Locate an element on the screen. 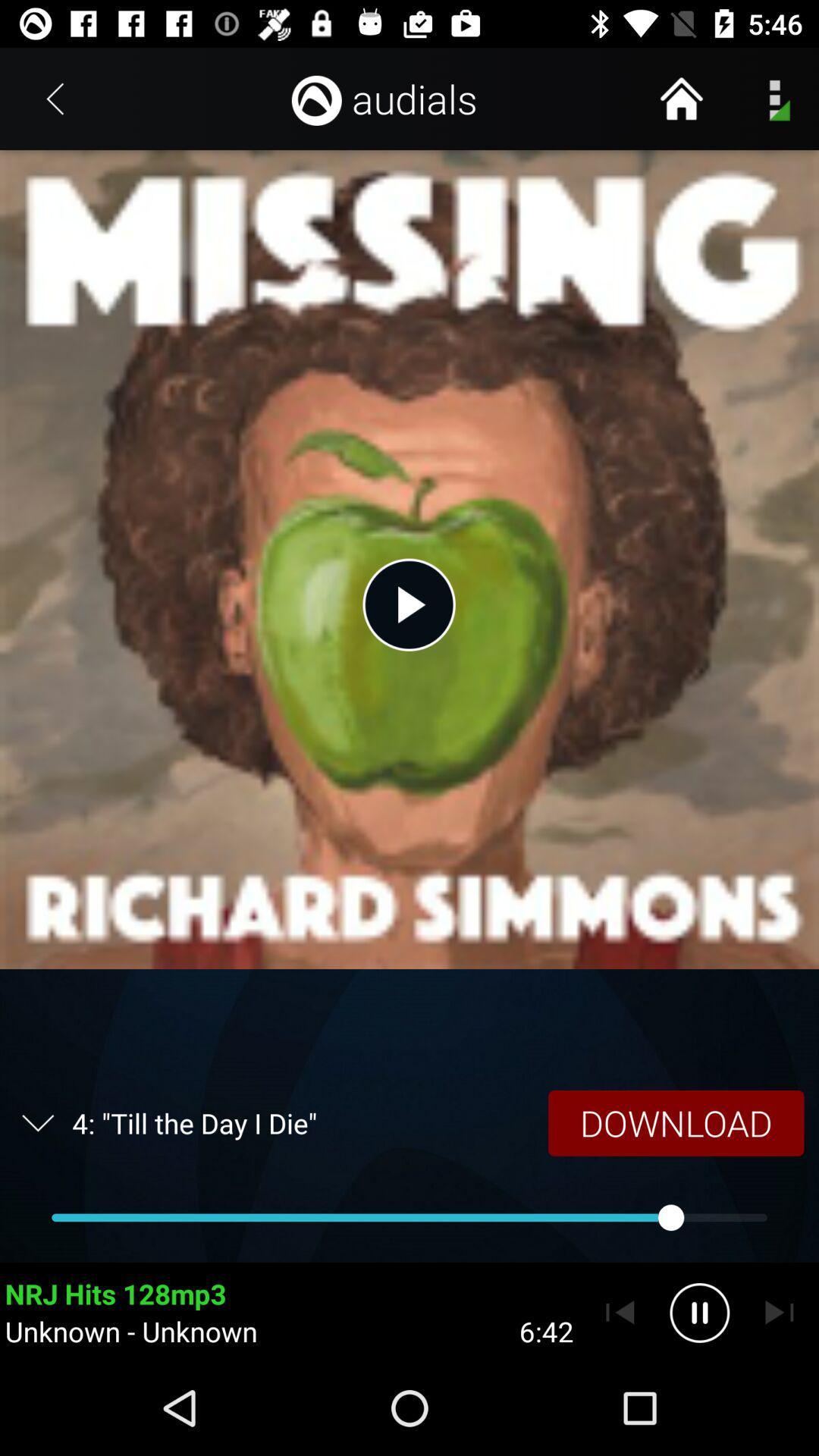  button is located at coordinates (408, 604).